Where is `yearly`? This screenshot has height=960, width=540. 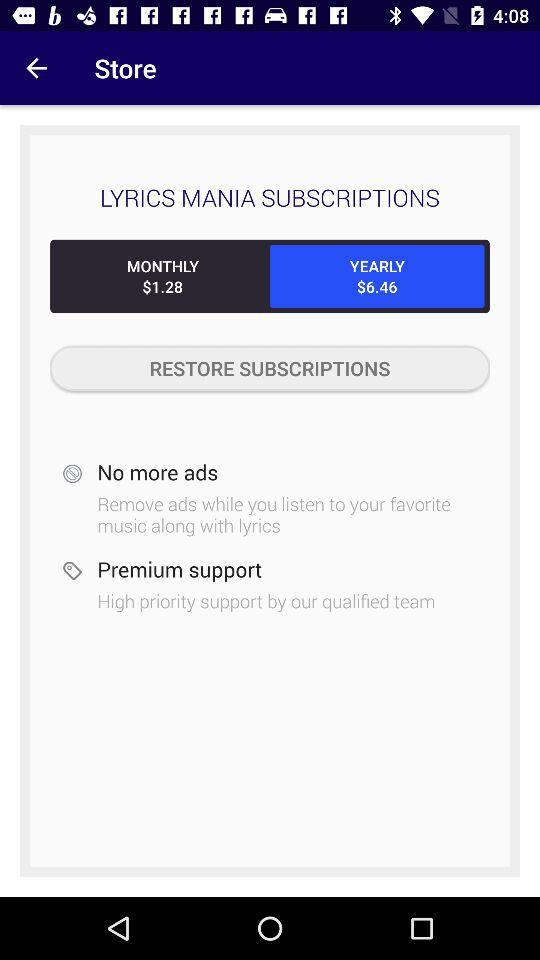 yearly is located at coordinates (377, 275).